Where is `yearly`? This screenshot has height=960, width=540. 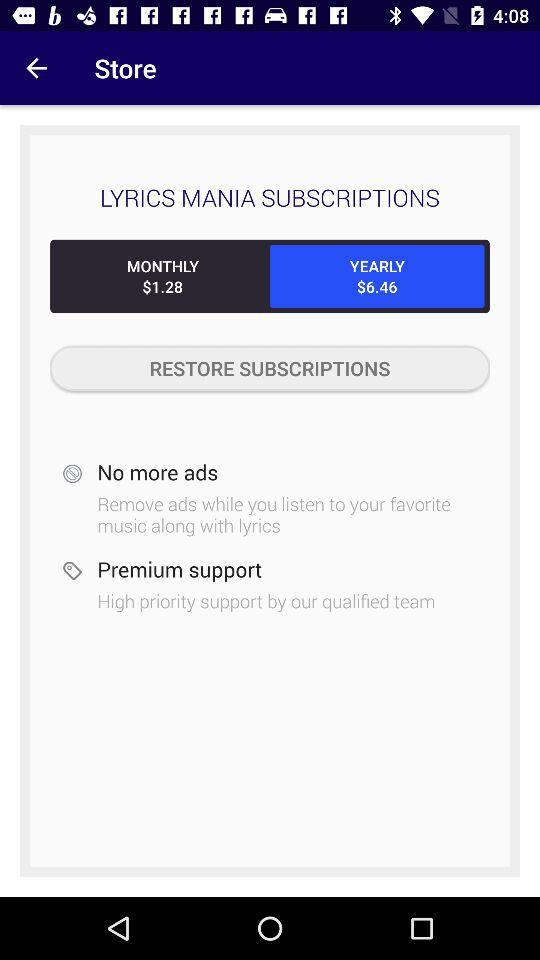 yearly is located at coordinates (377, 275).